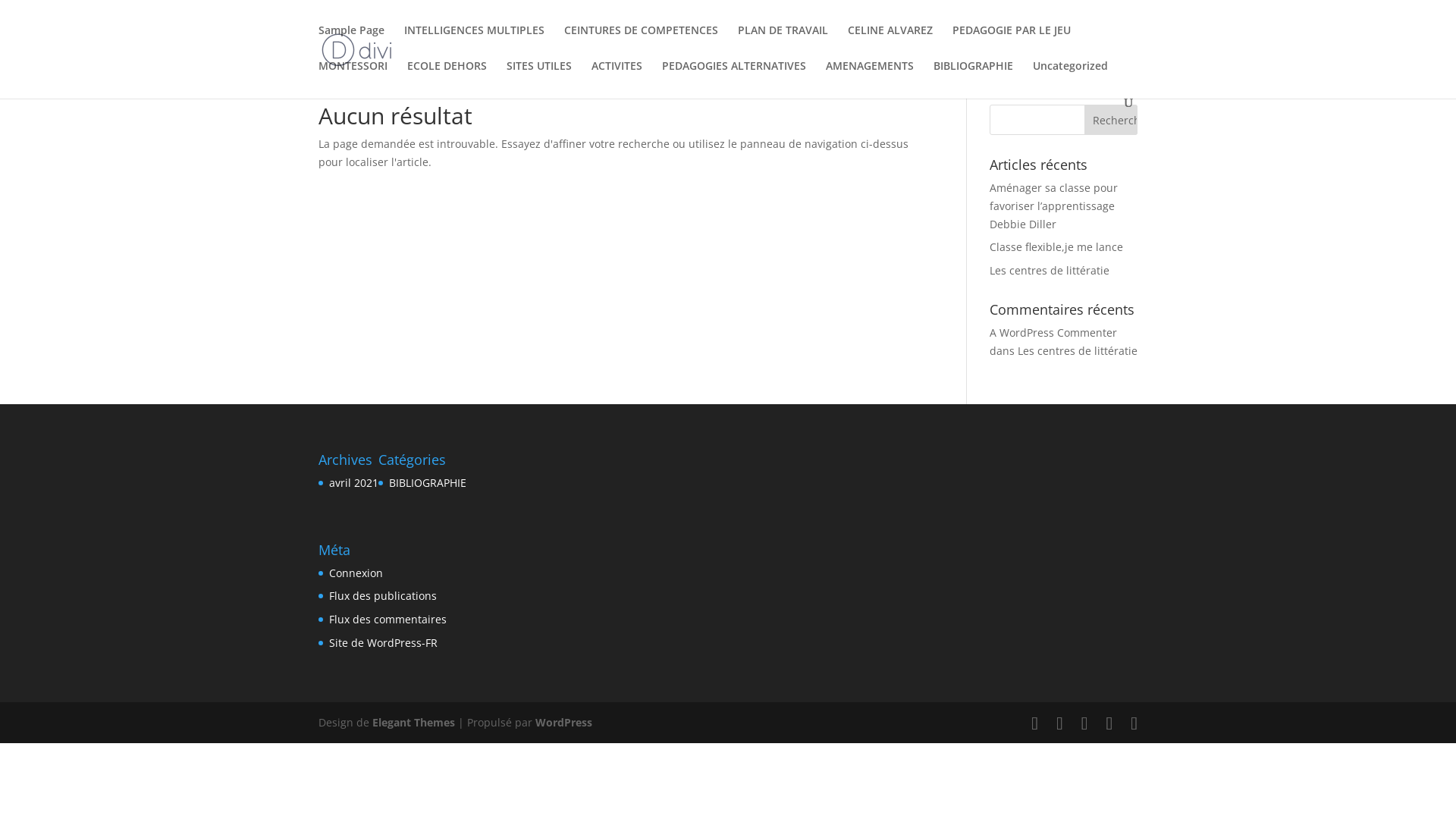  What do you see at coordinates (825, 78) in the screenshot?
I see `'AMENAGEMENTS'` at bounding box center [825, 78].